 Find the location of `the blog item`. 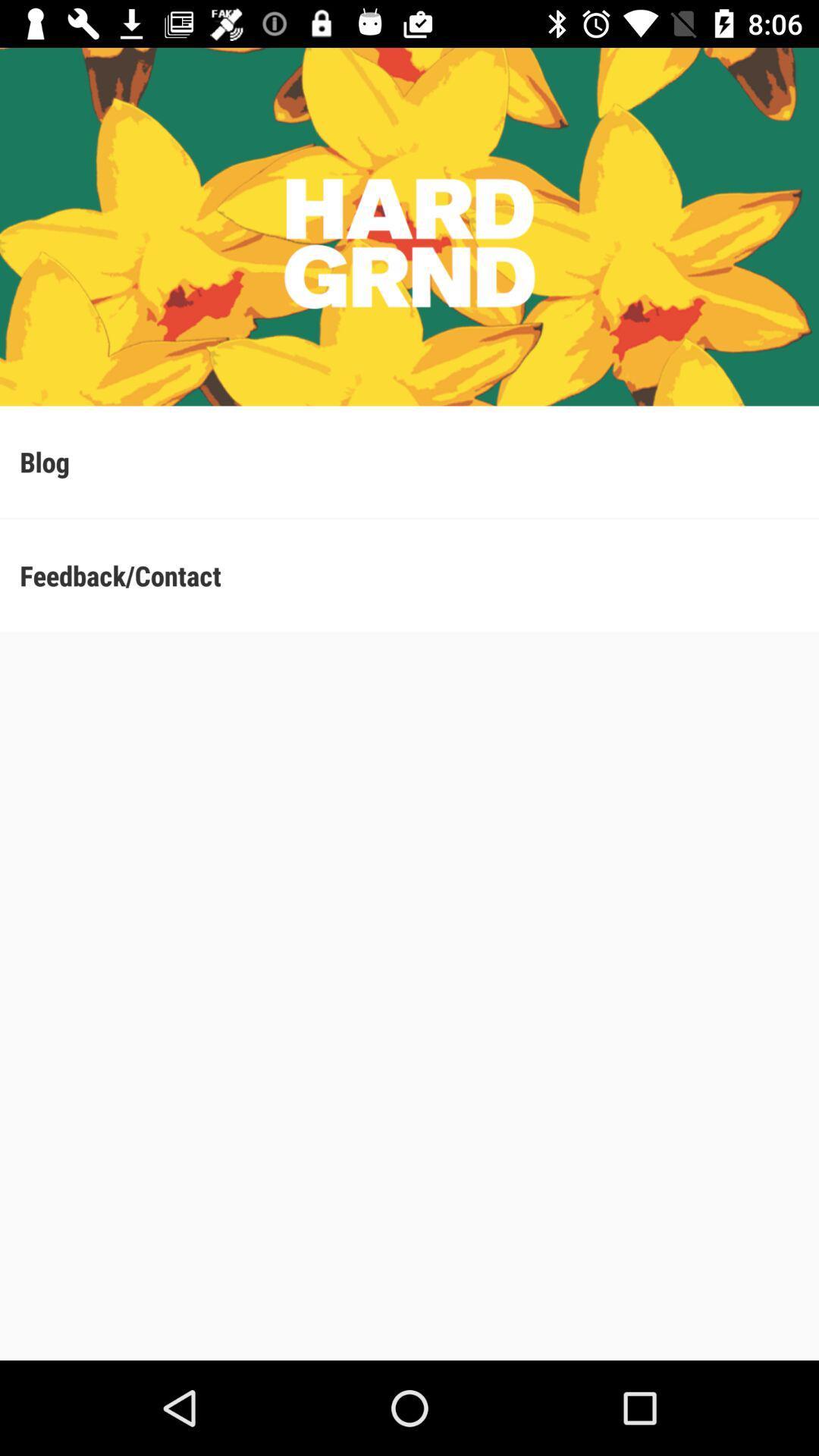

the blog item is located at coordinates (409, 461).